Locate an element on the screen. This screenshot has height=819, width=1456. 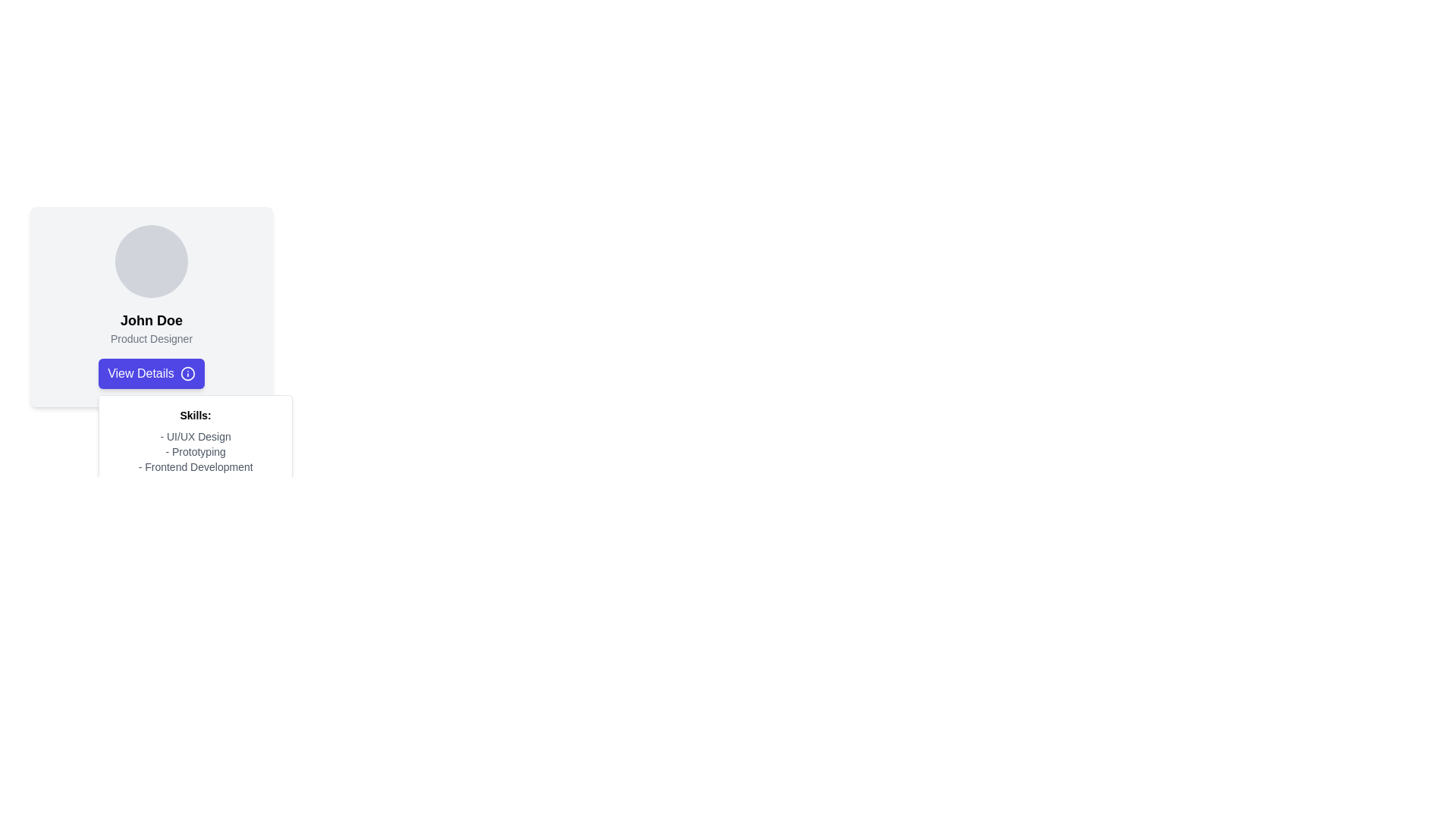
the second line of the skills list, which describes 'Prototyping', located under the 'Skills:' label and above 'Frontend Development' is located at coordinates (195, 451).